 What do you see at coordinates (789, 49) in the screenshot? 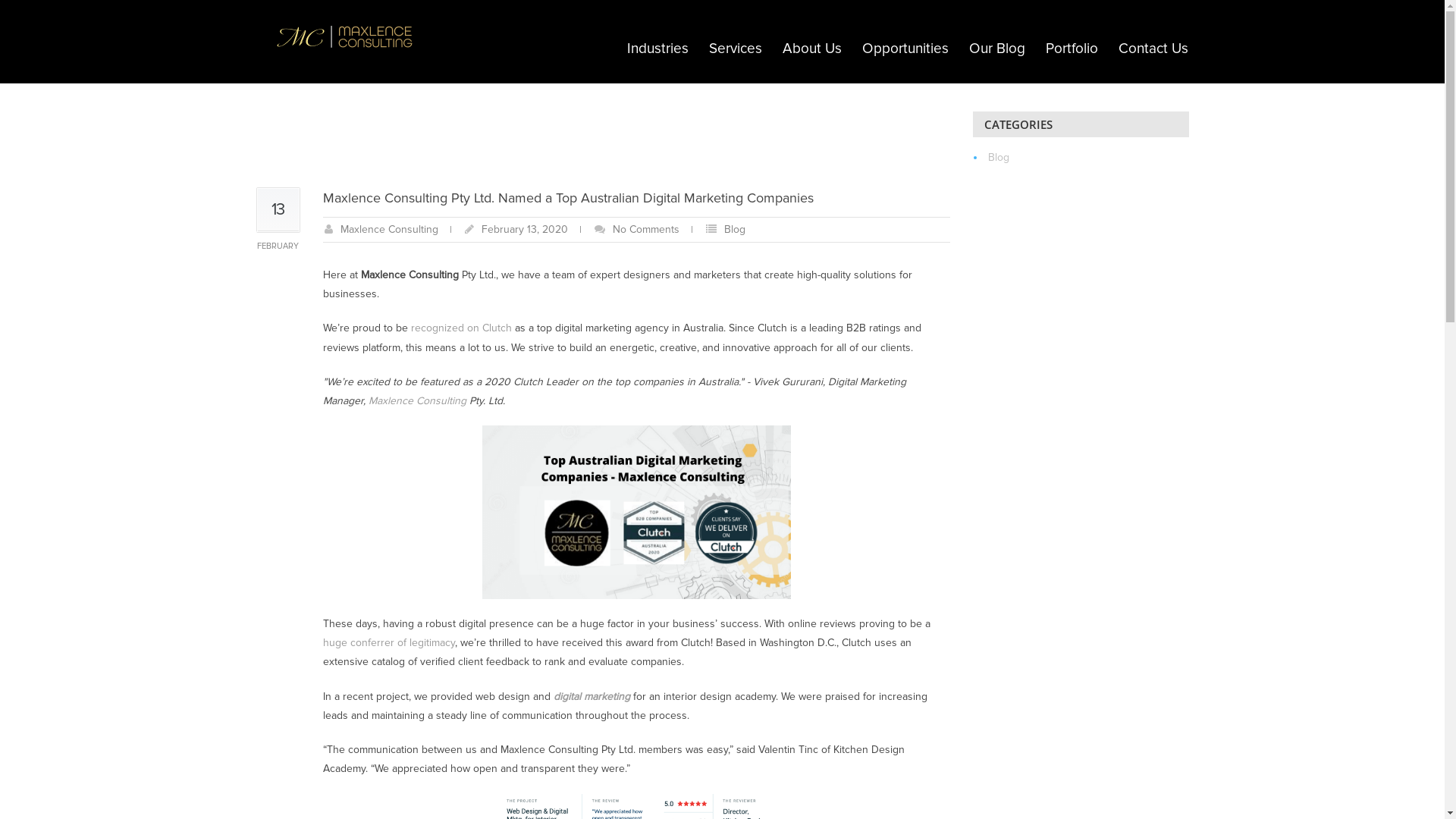
I see `'Blog'` at bounding box center [789, 49].